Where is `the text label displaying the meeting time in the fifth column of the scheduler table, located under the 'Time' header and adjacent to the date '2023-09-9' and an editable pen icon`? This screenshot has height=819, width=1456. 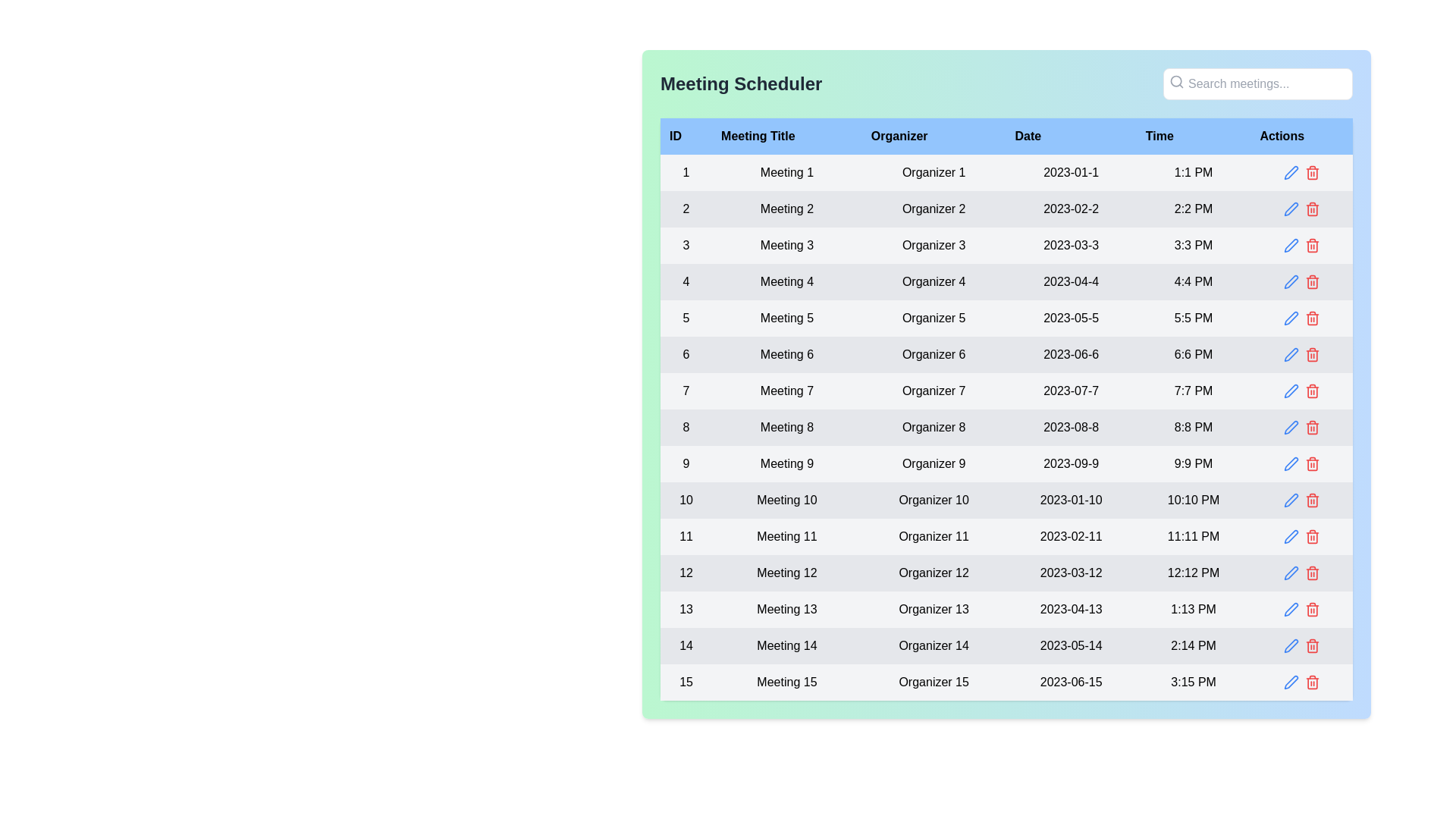
the text label displaying the meeting time in the fifth column of the scheduler table, located under the 'Time' header and adjacent to the date '2023-09-9' and an editable pen icon is located at coordinates (1193, 463).